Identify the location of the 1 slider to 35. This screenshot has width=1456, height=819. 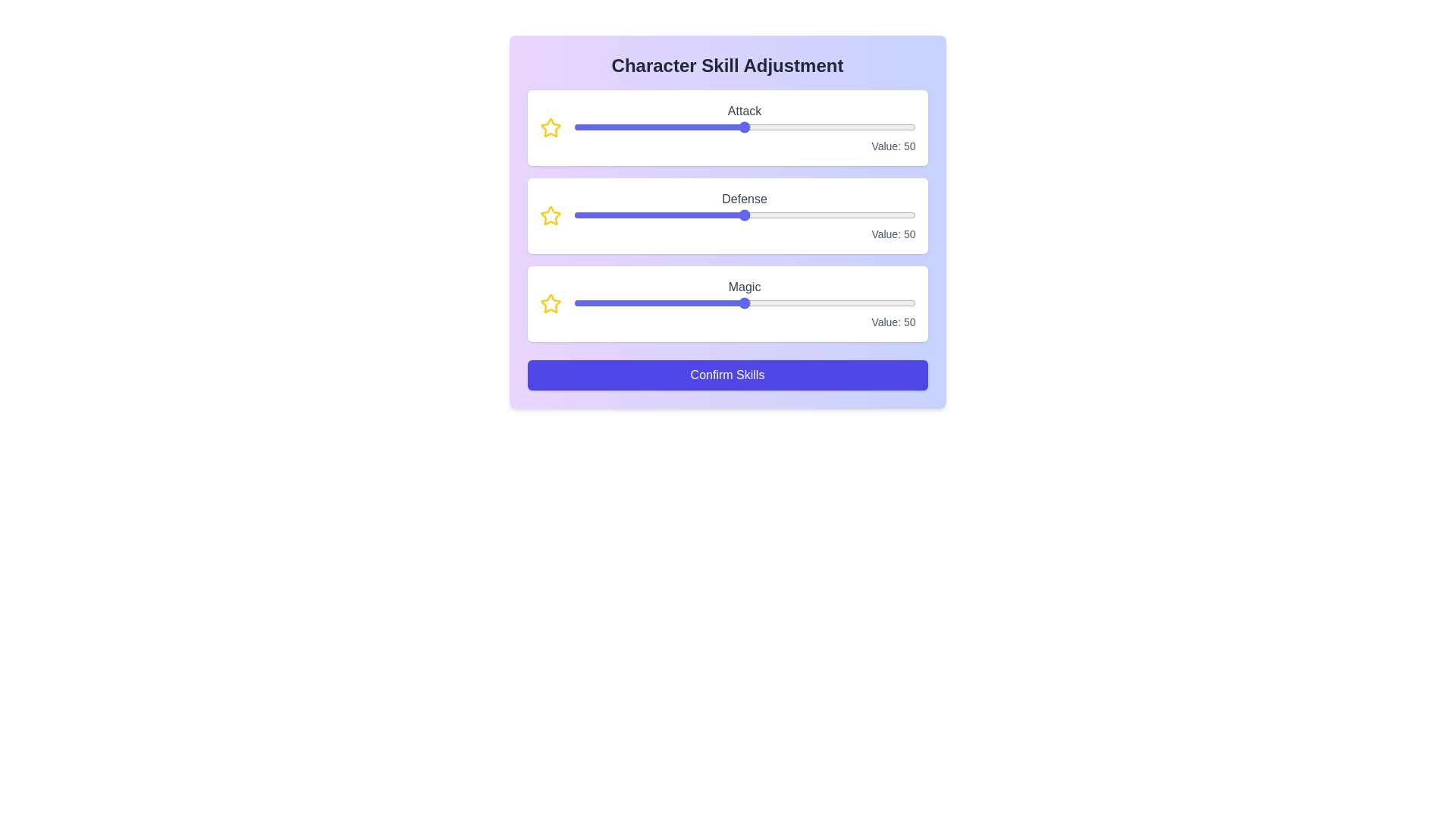
(803, 215).